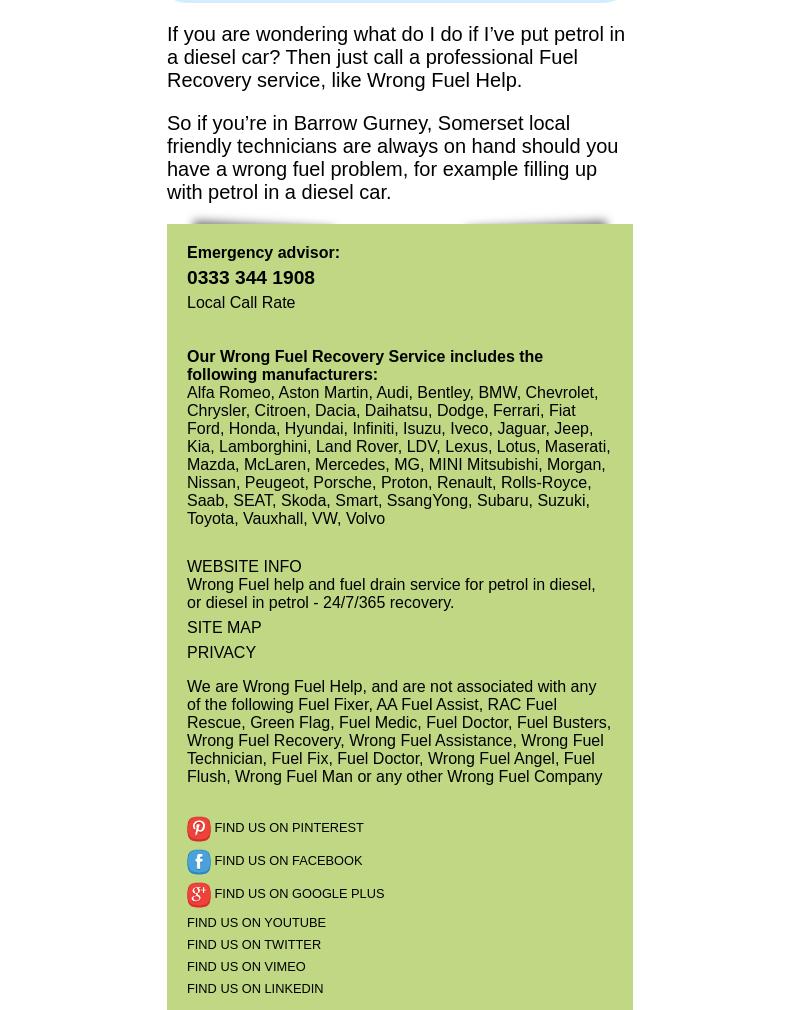 The image size is (800, 1010). I want to click on 'We are Wrong Fuel Help, and are not associated with any of the following Fuel Fixer, AA Fuel Assist, RAC Fuel Rescue, Green Flag, Fuel Medic, Fuel Doctor, Fuel Busters, Wrong Fuel Recovery, Wrong Fuel Assistance, Wrong Fuel Technician, Fuel Fix, Fuel Doctor, Wrong Fuel Angel, Fuel Flush, Wrong Fuel Man or any other Wrong Fuel Company', so click(398, 729).